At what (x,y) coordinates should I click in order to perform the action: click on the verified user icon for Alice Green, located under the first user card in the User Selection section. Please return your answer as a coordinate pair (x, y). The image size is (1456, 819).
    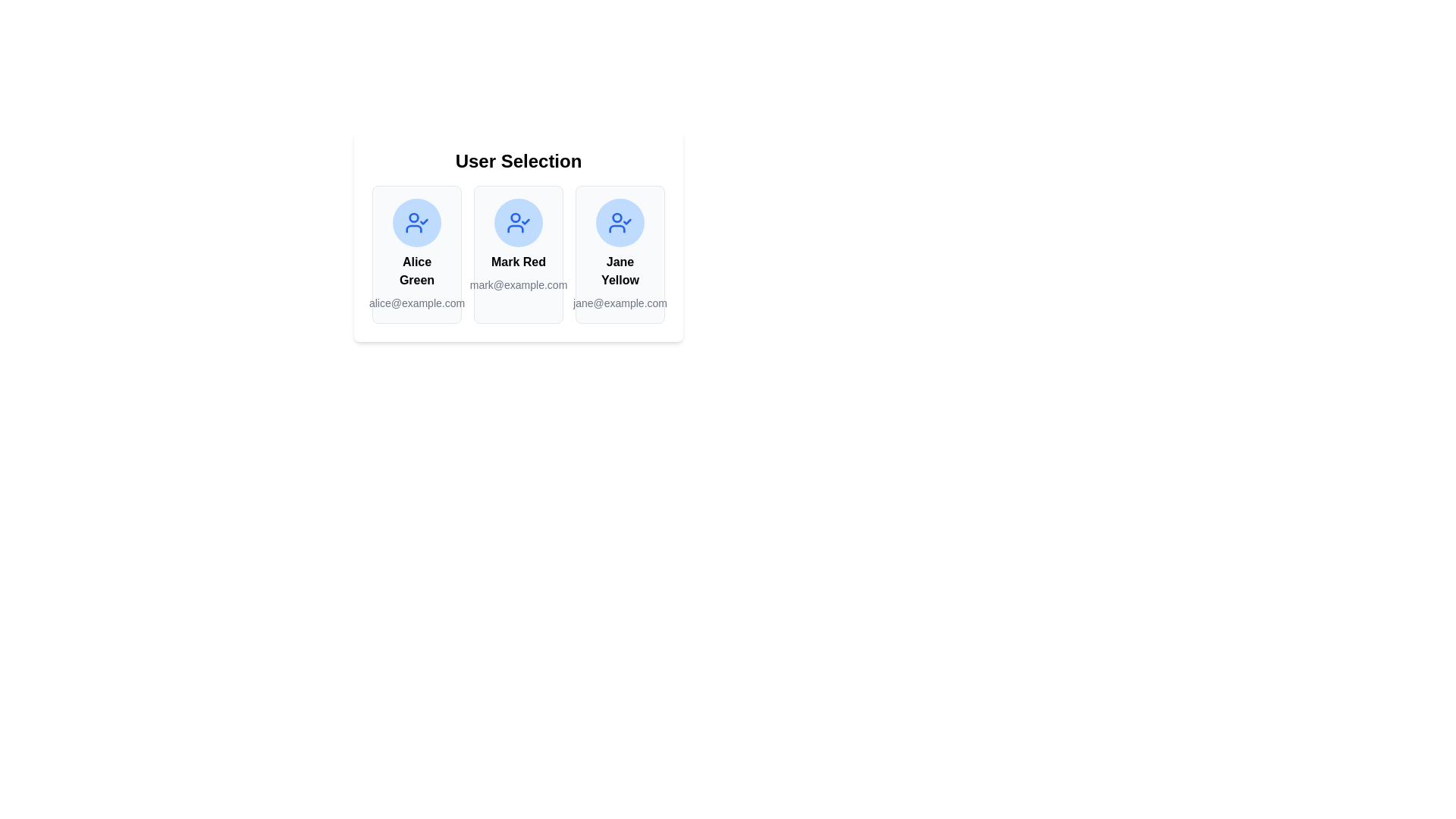
    Looking at the image, I should click on (414, 228).